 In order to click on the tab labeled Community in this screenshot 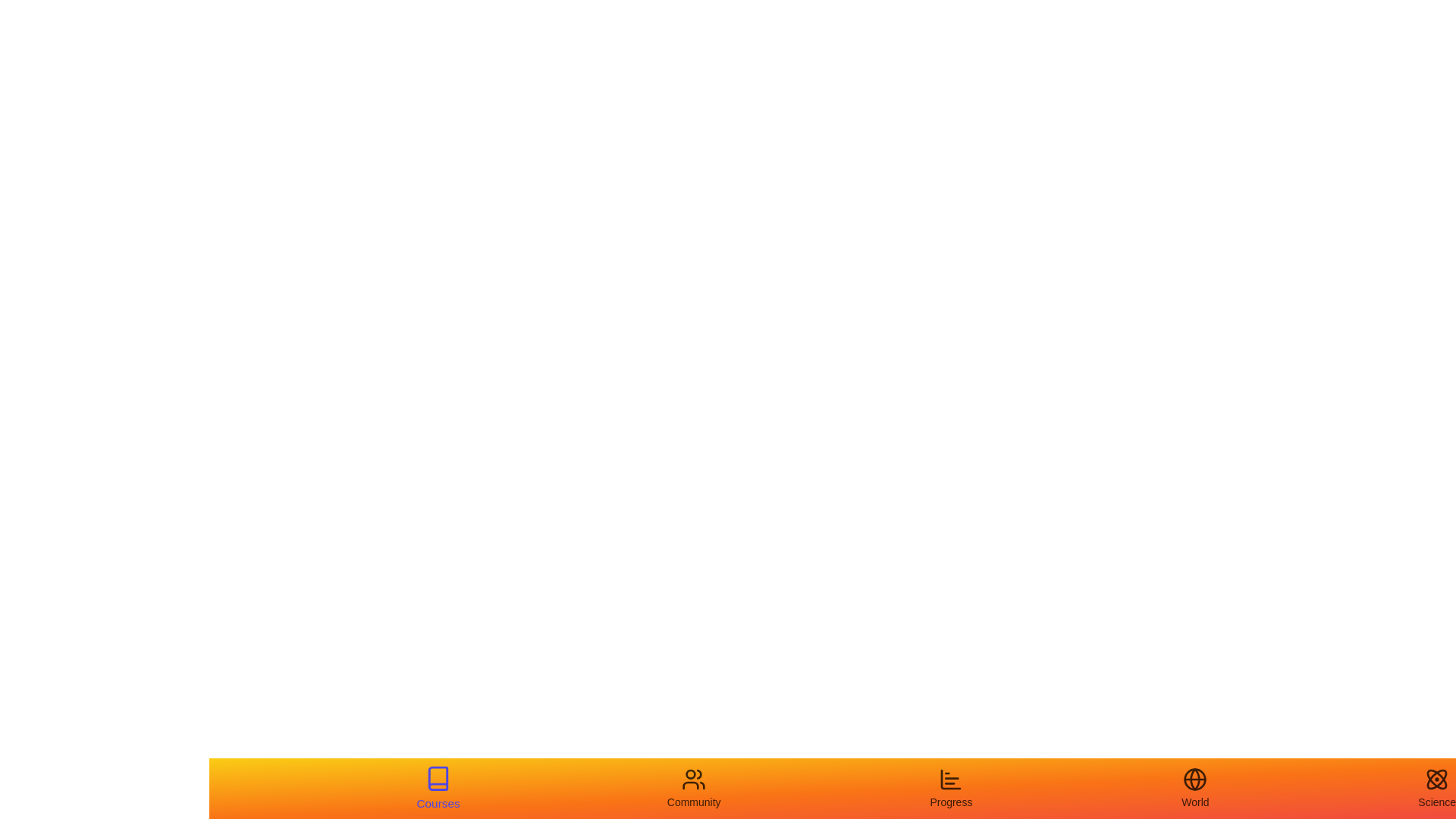, I will do `click(693, 788)`.